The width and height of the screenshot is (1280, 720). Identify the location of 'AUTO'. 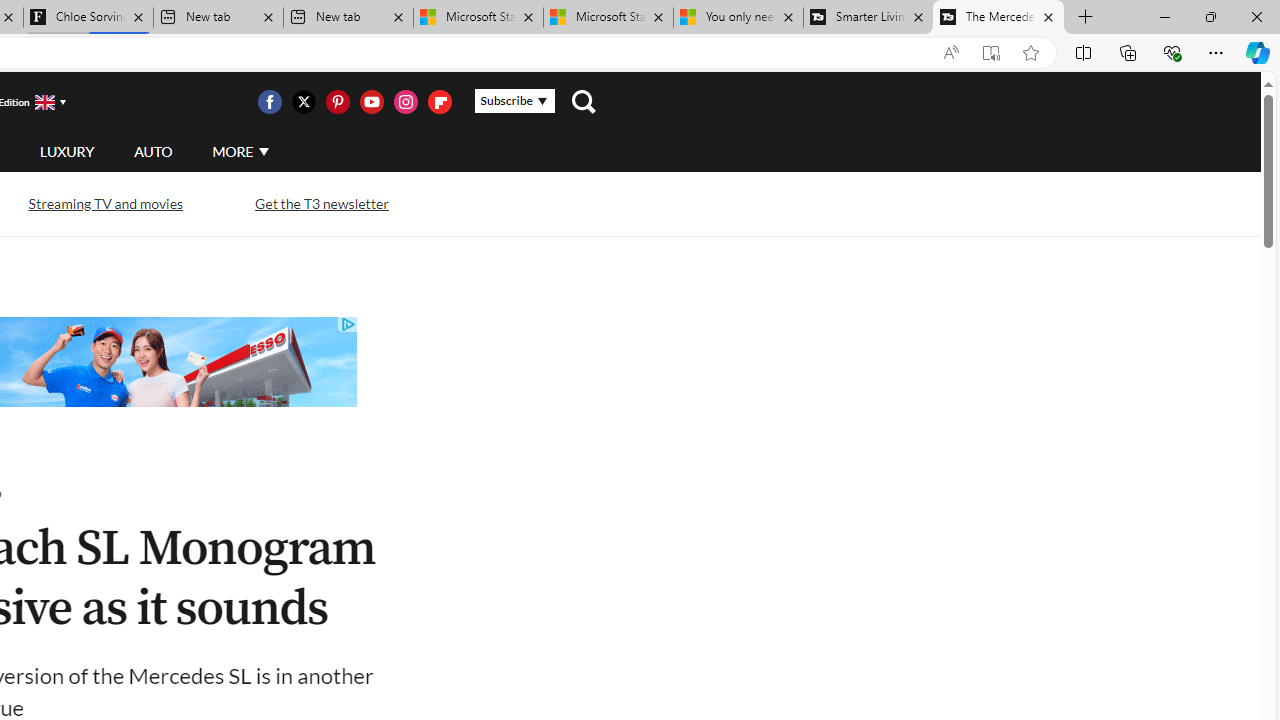
(152, 150).